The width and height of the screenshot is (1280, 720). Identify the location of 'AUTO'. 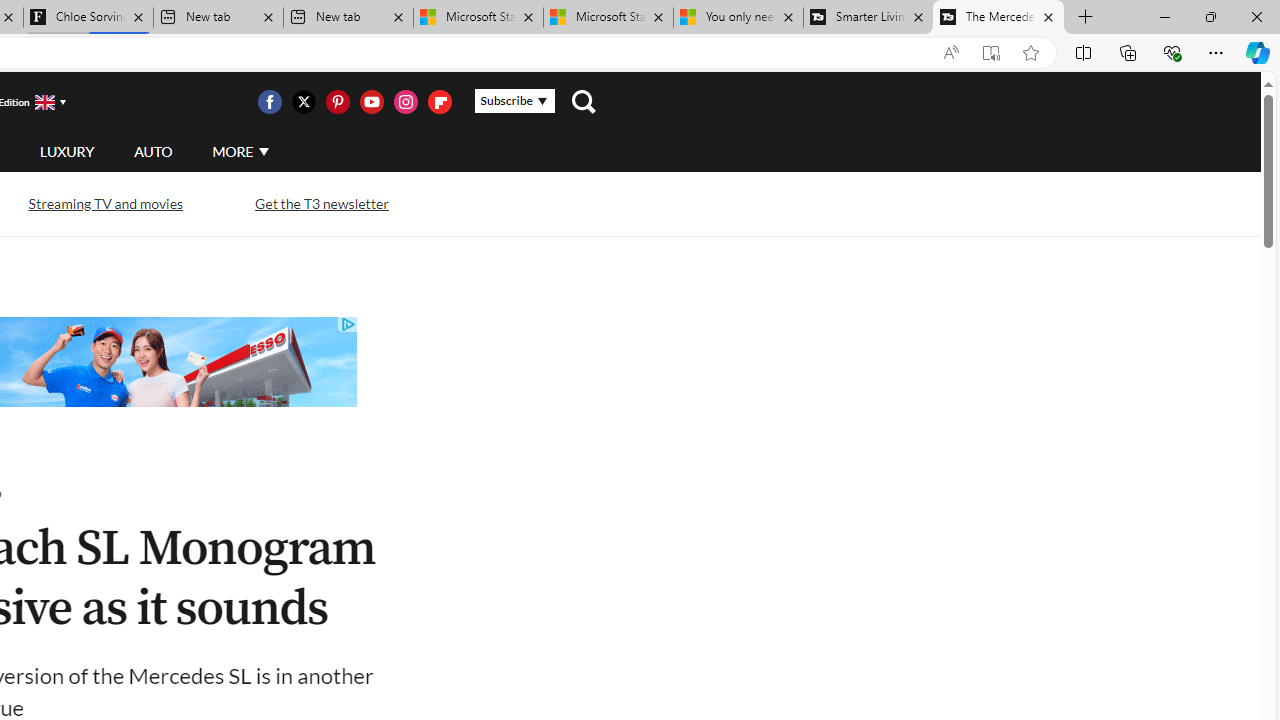
(152, 150).